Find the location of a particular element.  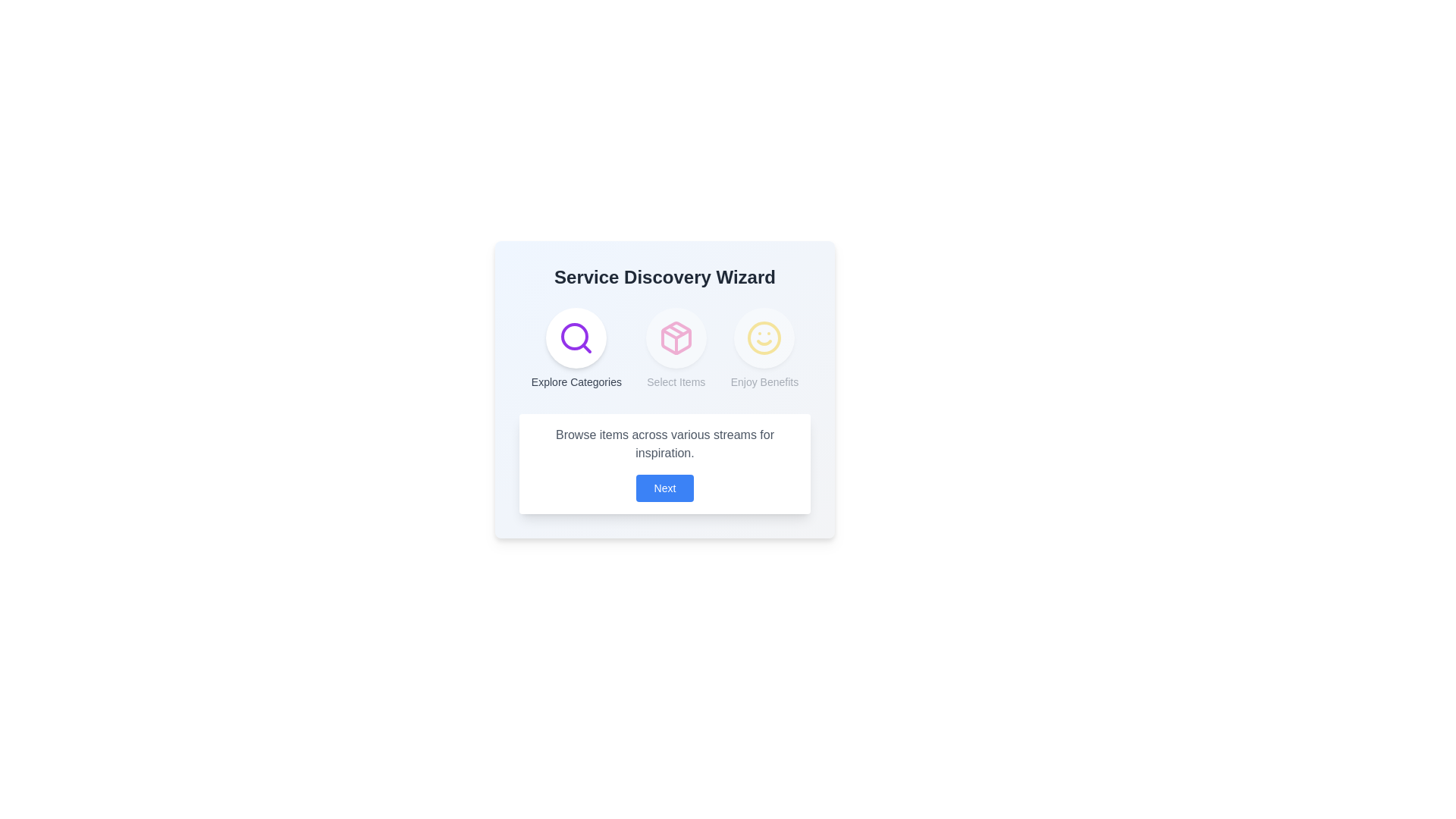

the description text displayed for the current step is located at coordinates (665, 444).